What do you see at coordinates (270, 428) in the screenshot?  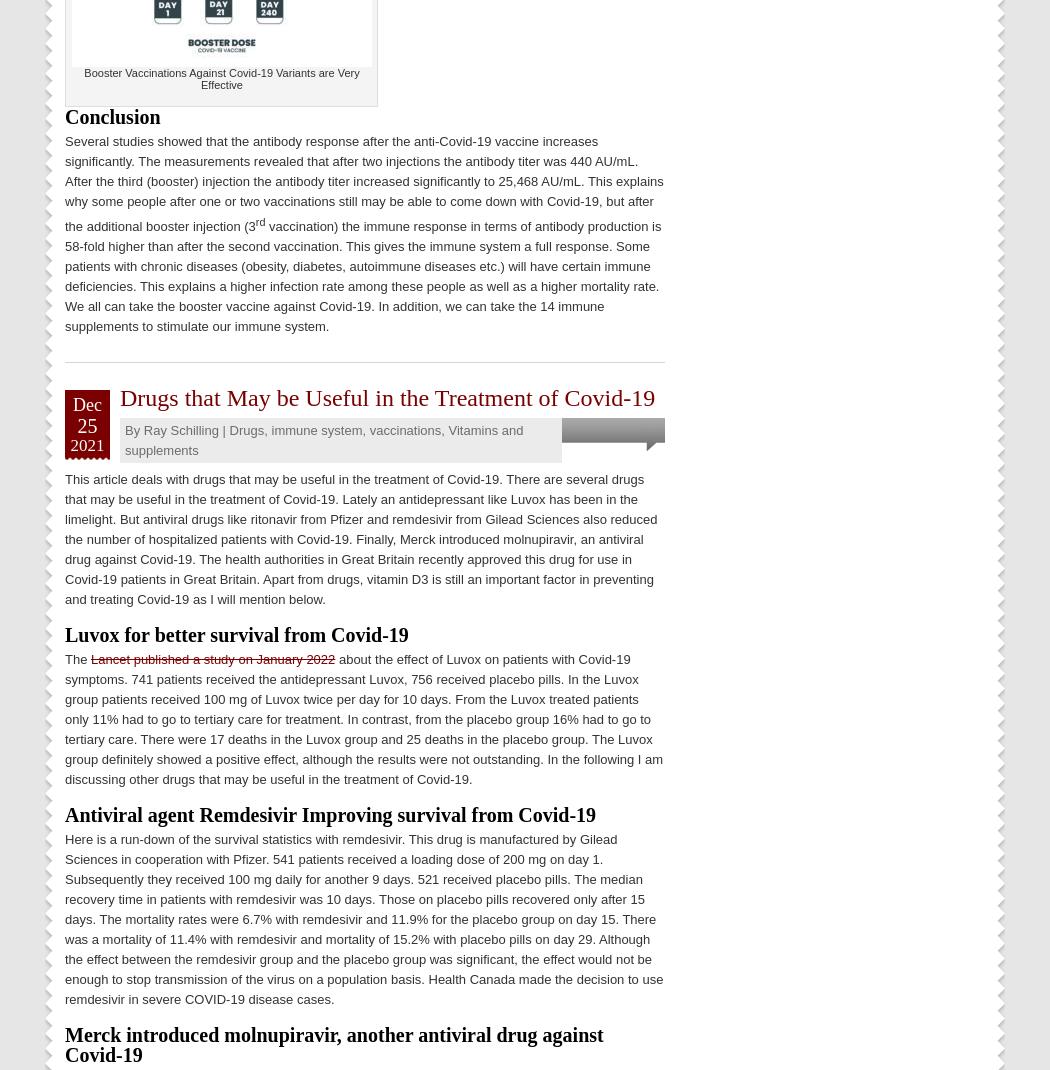 I see `'immune system'` at bounding box center [270, 428].